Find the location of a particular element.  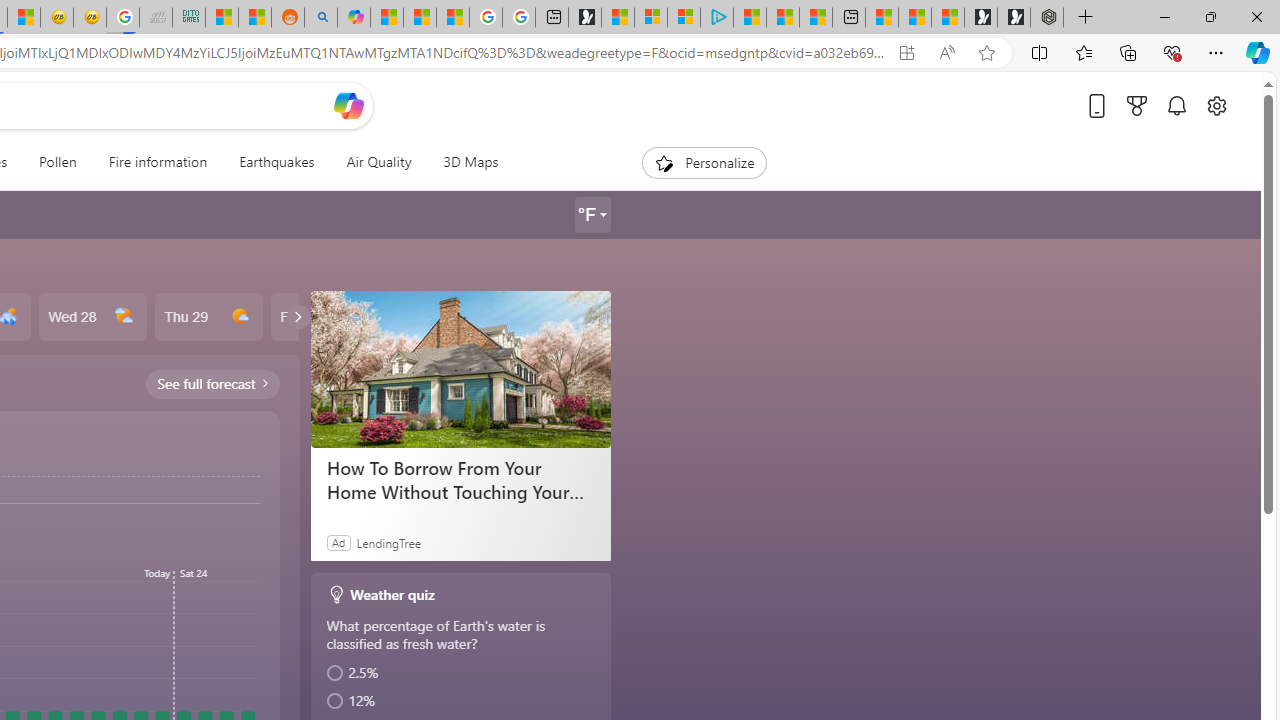

'3D Maps' is located at coordinates (462, 162).